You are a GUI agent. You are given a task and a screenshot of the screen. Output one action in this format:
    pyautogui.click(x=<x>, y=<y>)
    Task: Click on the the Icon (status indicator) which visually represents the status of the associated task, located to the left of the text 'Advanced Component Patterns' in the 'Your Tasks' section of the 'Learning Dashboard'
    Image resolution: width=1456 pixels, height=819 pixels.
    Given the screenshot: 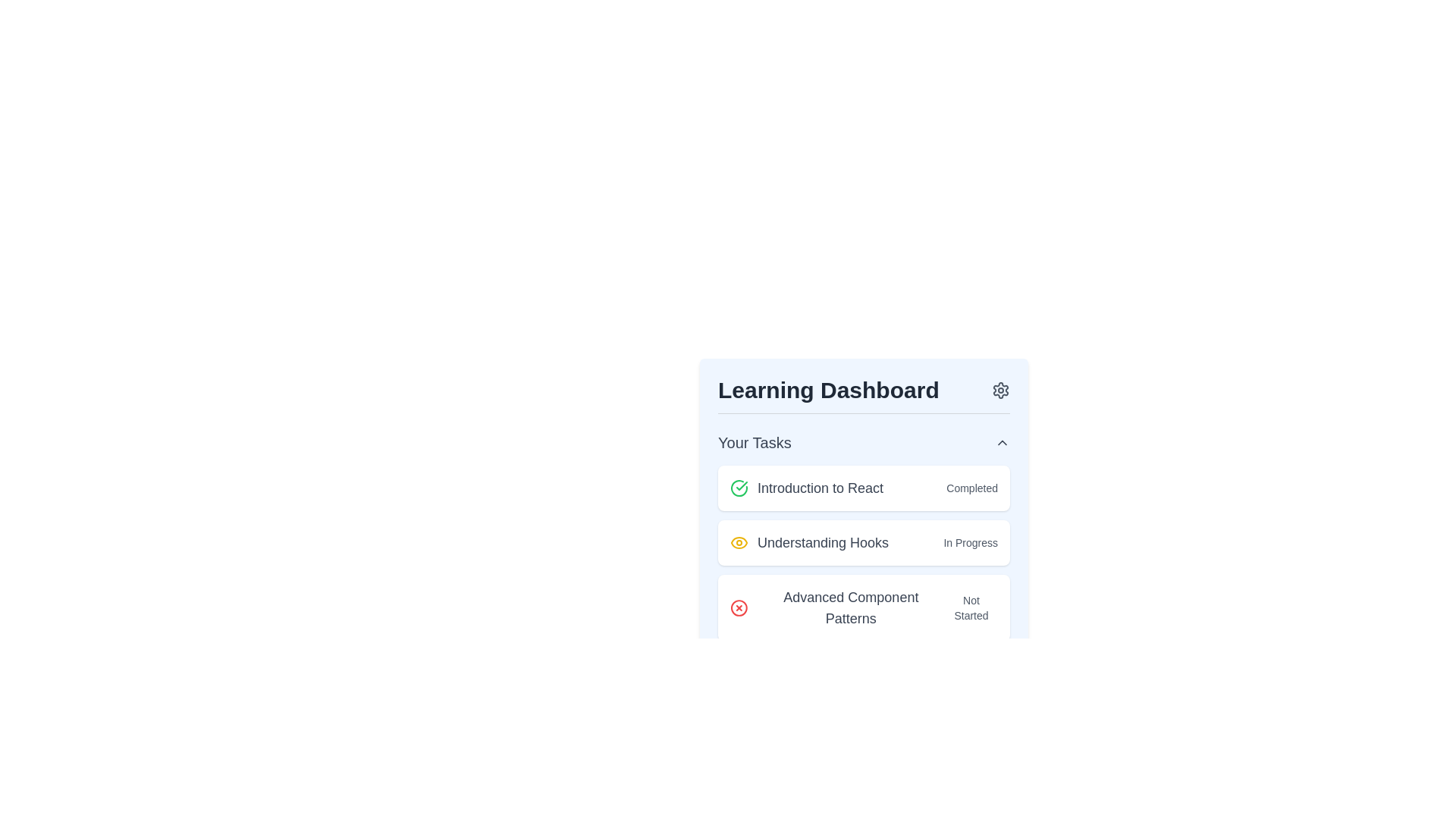 What is the action you would take?
    pyautogui.click(x=739, y=607)
    